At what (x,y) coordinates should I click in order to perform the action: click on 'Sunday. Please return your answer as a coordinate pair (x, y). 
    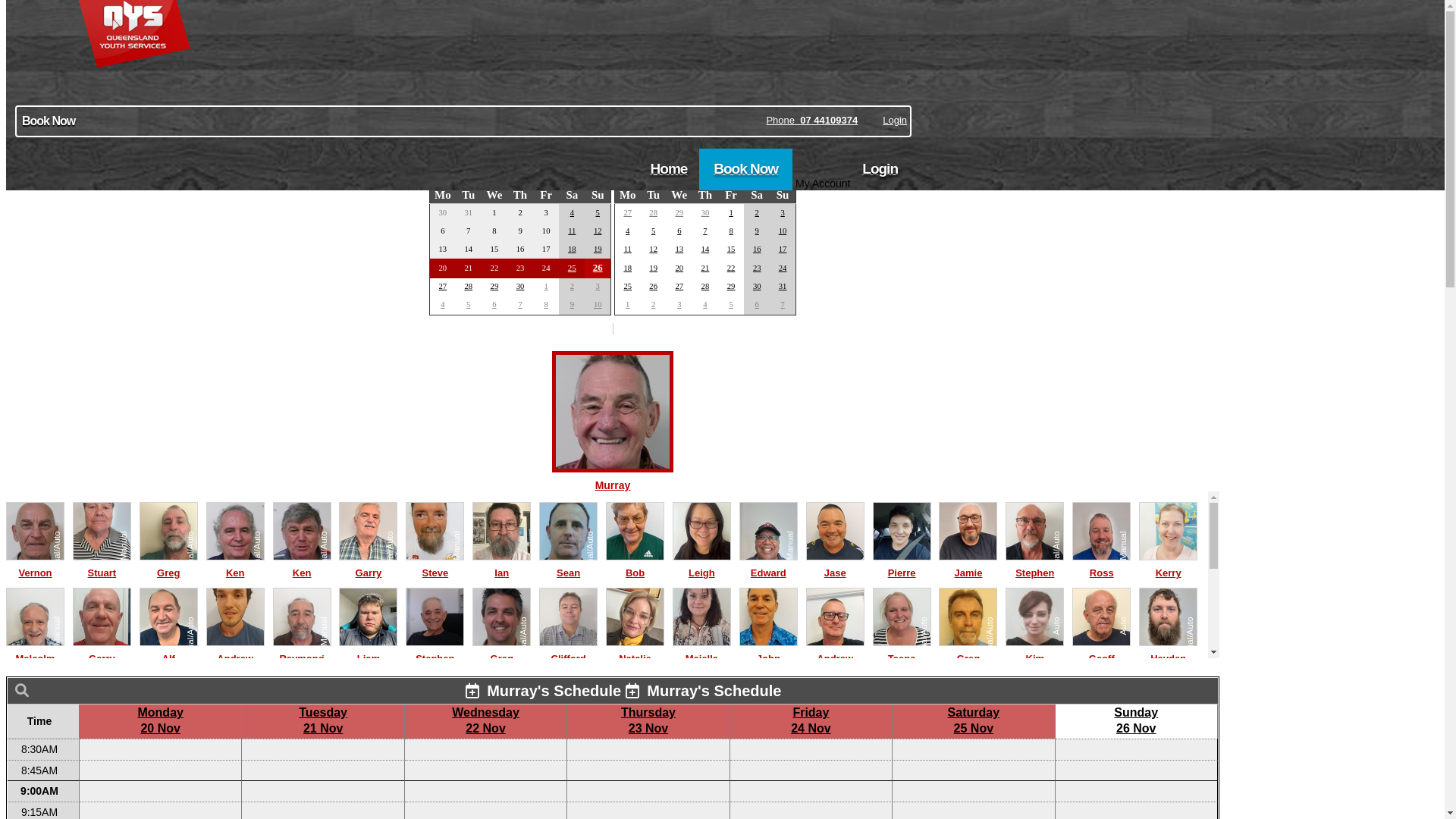
    Looking at the image, I should click on (1135, 719).